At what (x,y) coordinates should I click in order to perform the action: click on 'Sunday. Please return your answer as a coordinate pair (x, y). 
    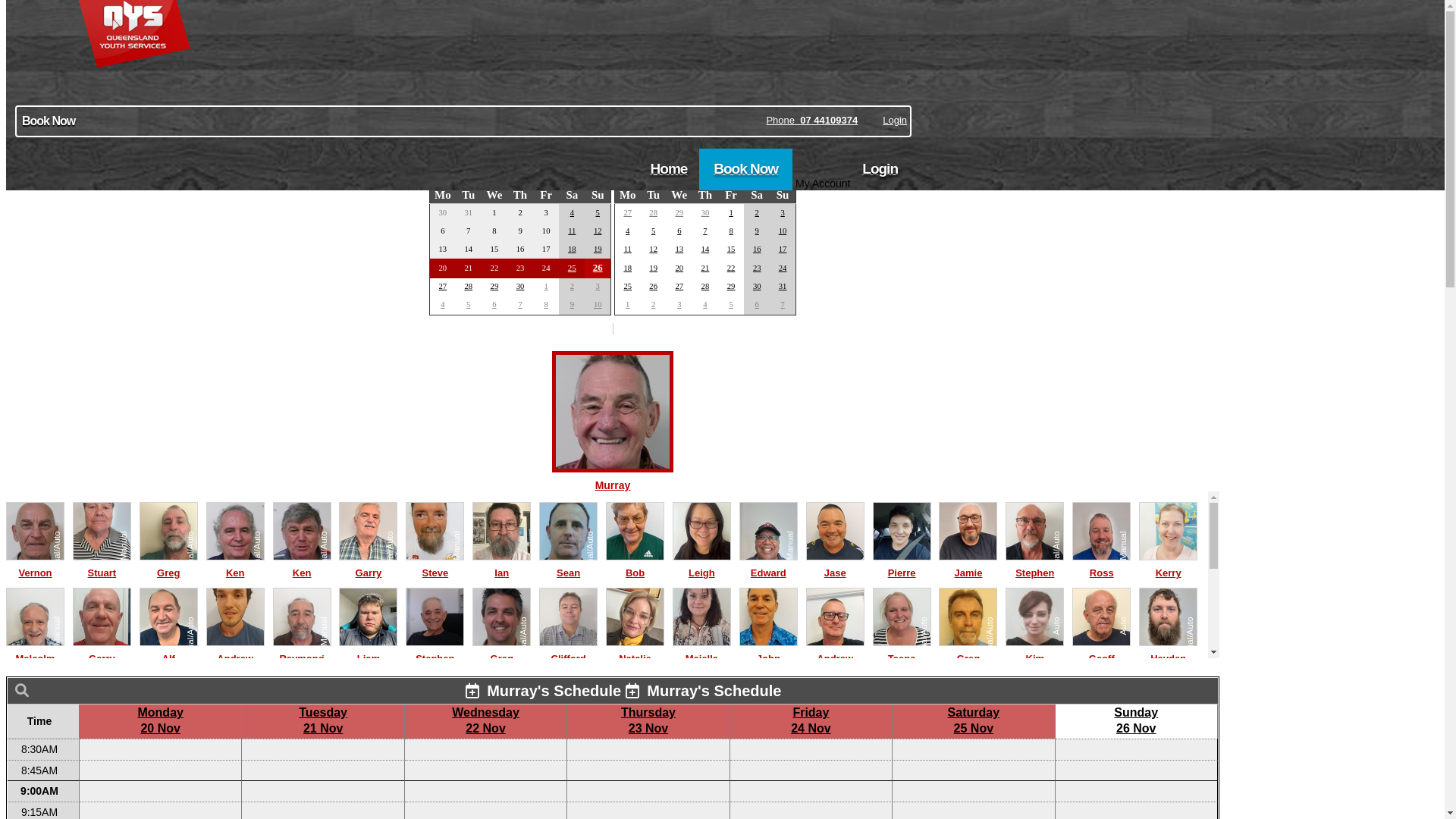
    Looking at the image, I should click on (1135, 719).